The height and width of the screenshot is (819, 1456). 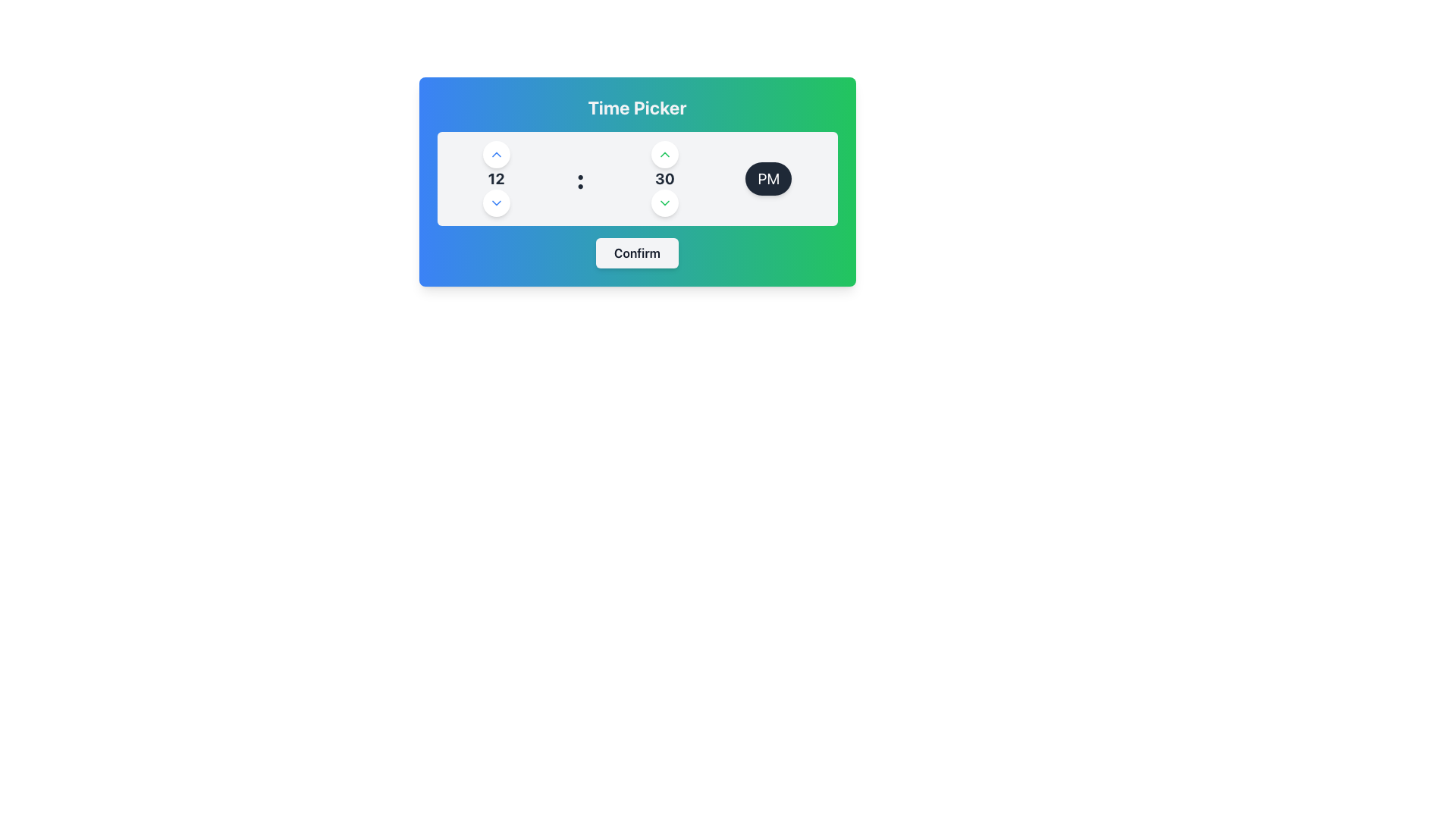 I want to click on the 'Confirm' button, which is a rectangular button with a light gray background and rounded corners, centrally located beneath the time picker interface, so click(x=637, y=253).